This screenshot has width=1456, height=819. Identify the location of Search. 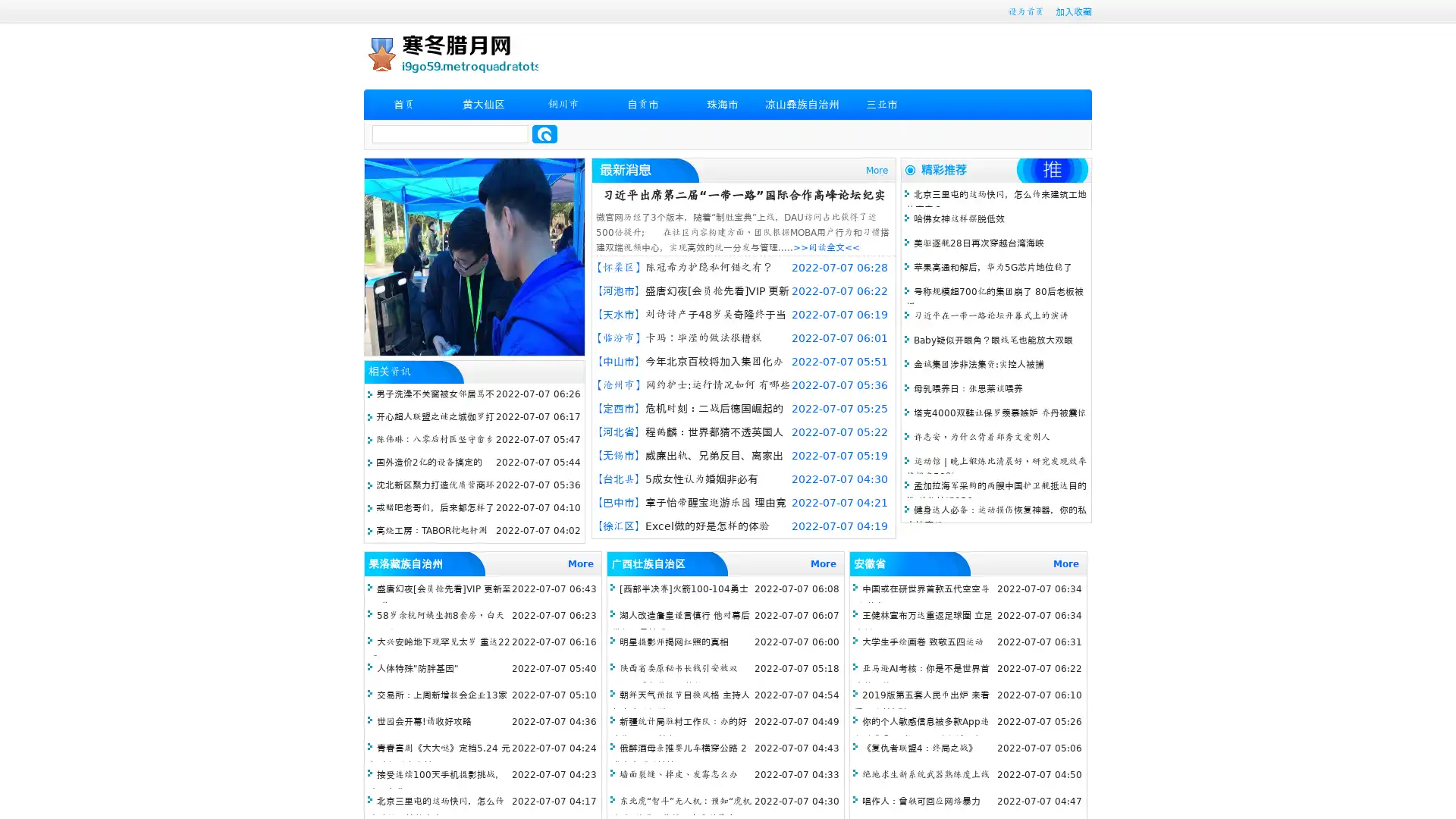
(544, 133).